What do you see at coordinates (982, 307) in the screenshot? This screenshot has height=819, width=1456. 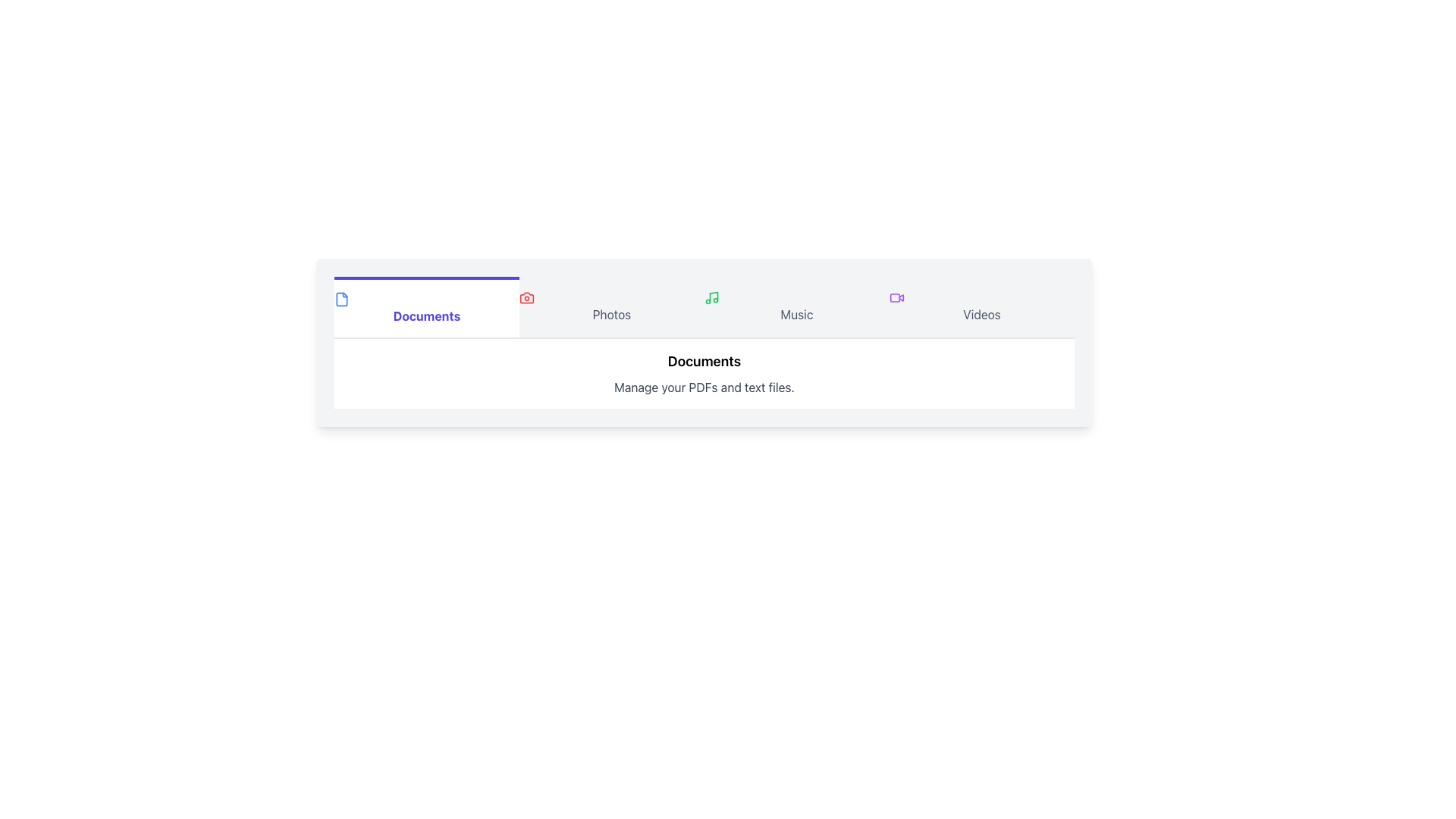 I see `the 'Videos' navigation tab located in the top right corner of the tab bar` at bounding box center [982, 307].